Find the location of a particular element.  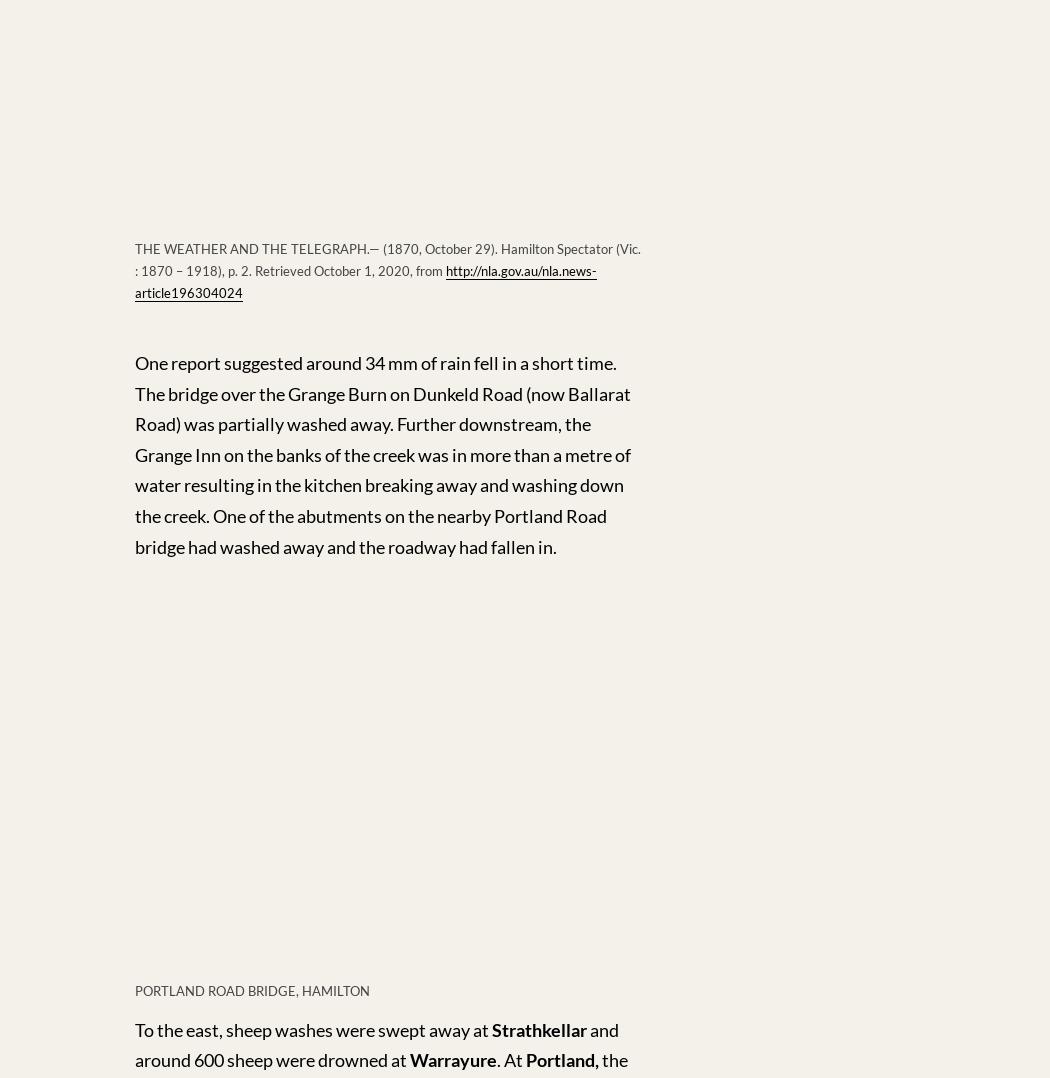

'PORTLAND ROAD BRIDGE, HAMILTON' is located at coordinates (252, 990).